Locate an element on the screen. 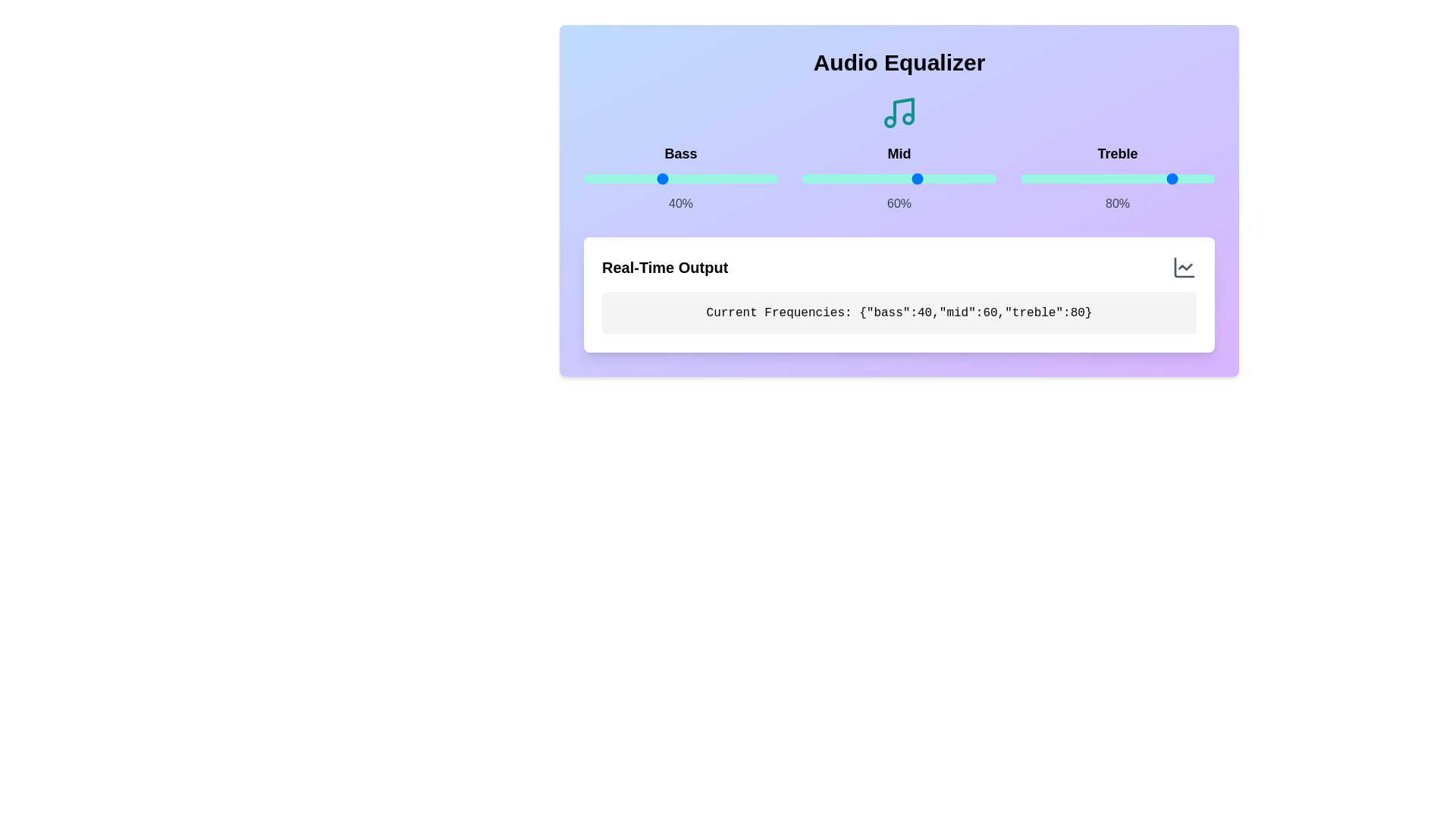  bass level is located at coordinates (628, 177).